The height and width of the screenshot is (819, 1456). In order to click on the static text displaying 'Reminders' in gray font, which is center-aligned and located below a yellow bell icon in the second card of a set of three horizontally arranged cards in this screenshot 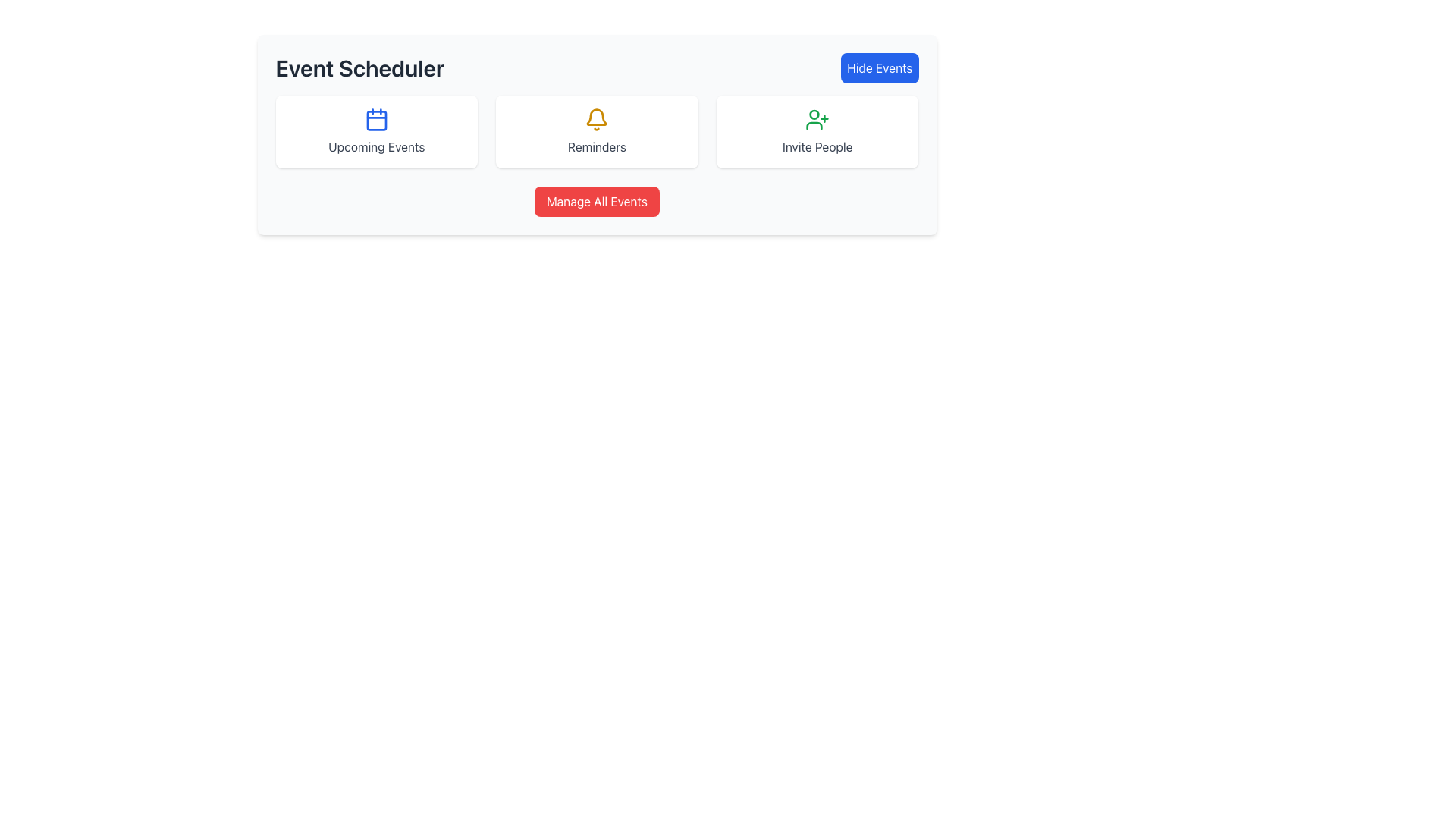, I will do `click(596, 146)`.